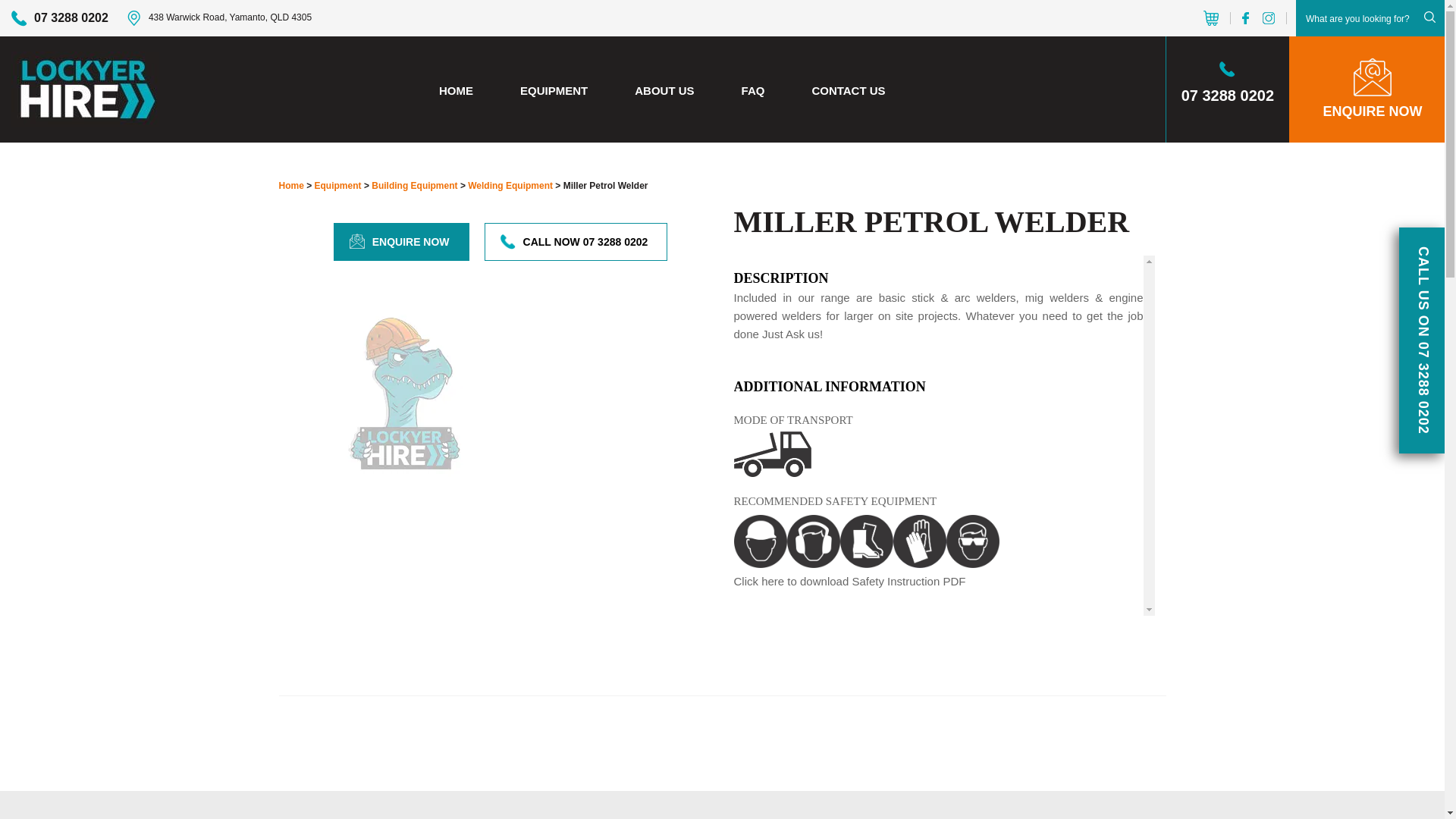 The width and height of the screenshot is (1456, 819). What do you see at coordinates (483, 241) in the screenshot?
I see `'CALL NOW 07 3288 0202'` at bounding box center [483, 241].